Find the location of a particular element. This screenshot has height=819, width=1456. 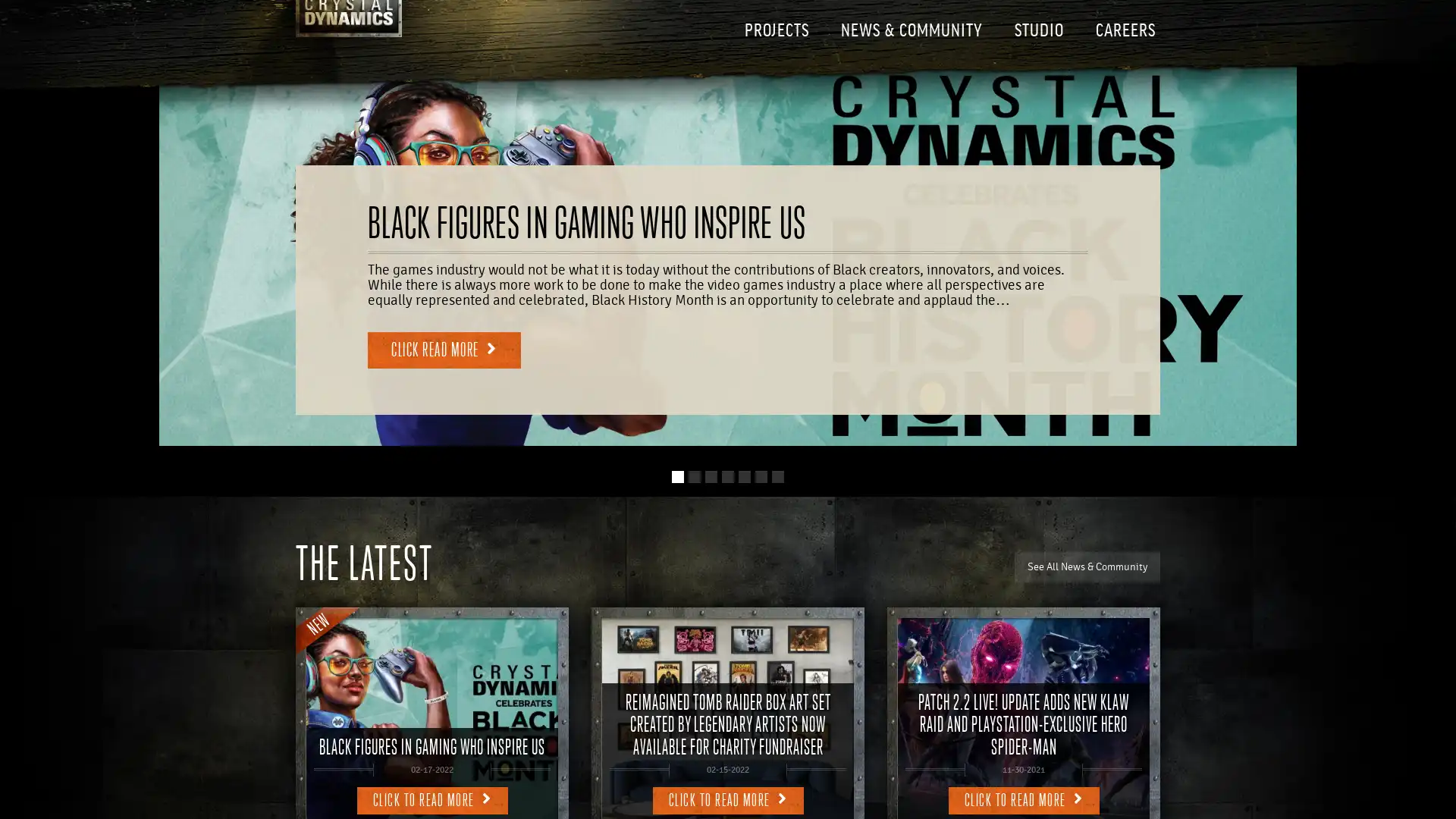

CLICK TO READ MORE is located at coordinates (431, 799).